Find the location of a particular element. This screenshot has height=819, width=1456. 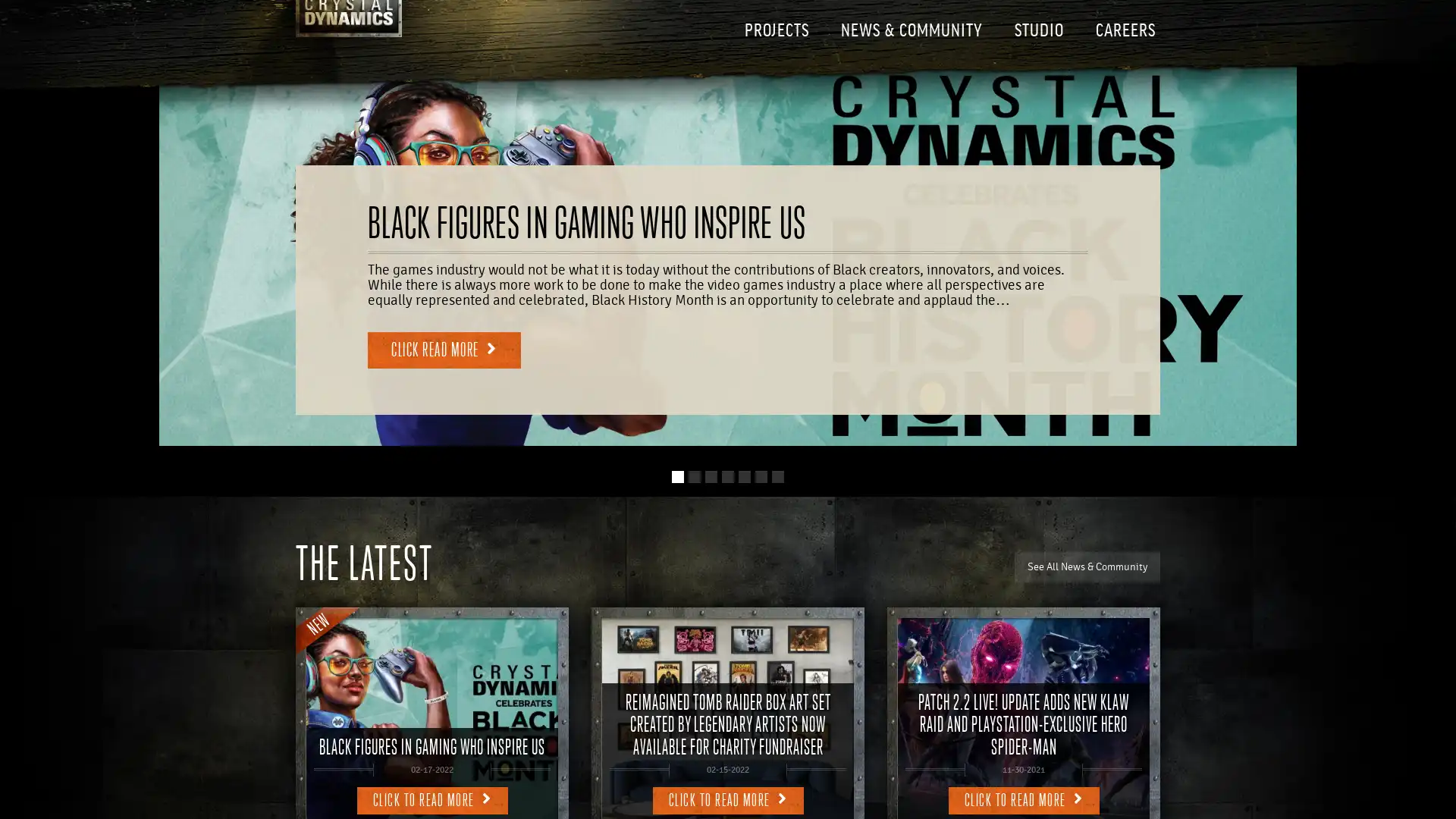

CLICK TO READ MORE is located at coordinates (431, 799).